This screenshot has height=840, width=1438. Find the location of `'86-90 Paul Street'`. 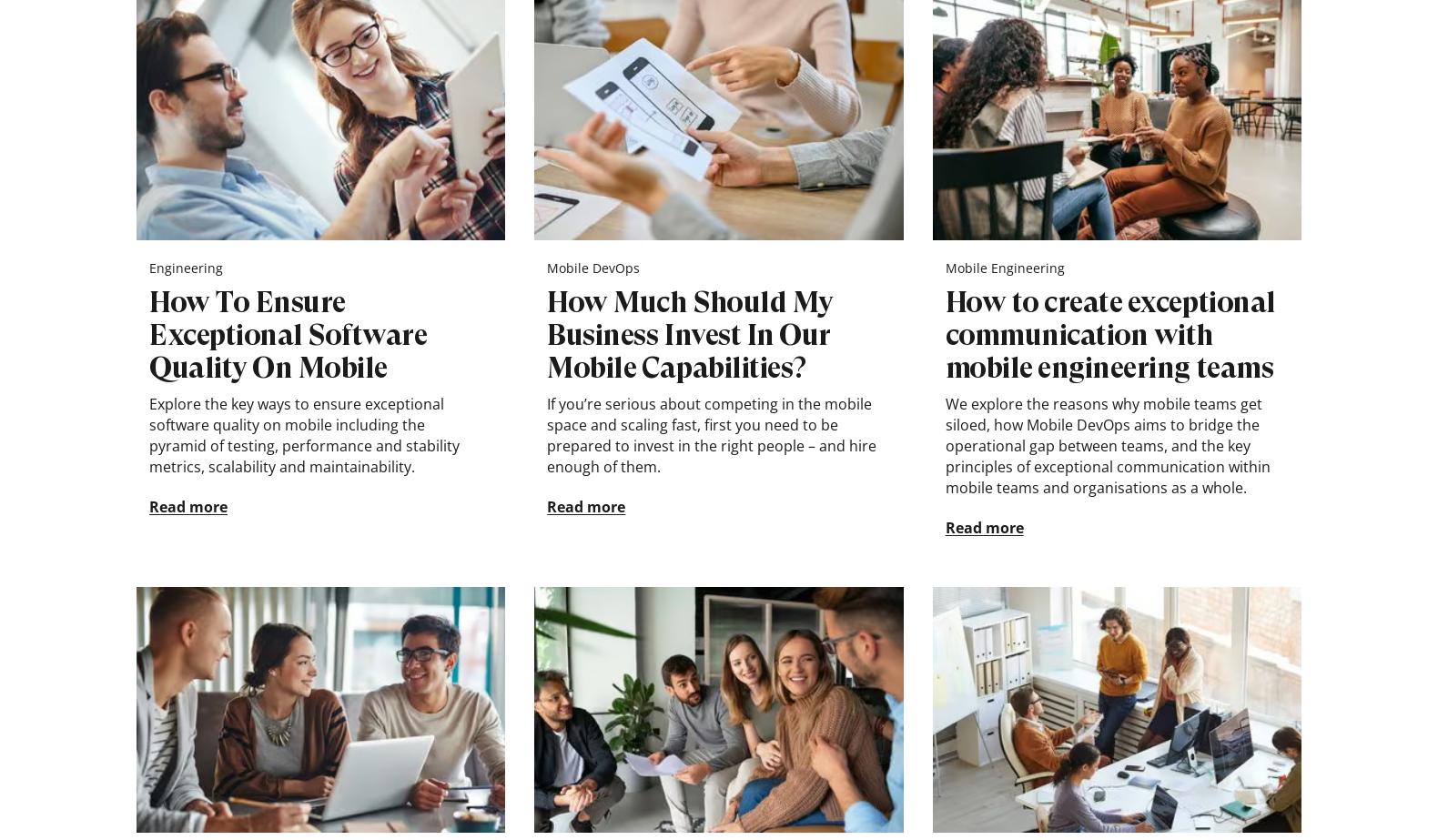

'86-90 Paul Street' is located at coordinates (187, 744).